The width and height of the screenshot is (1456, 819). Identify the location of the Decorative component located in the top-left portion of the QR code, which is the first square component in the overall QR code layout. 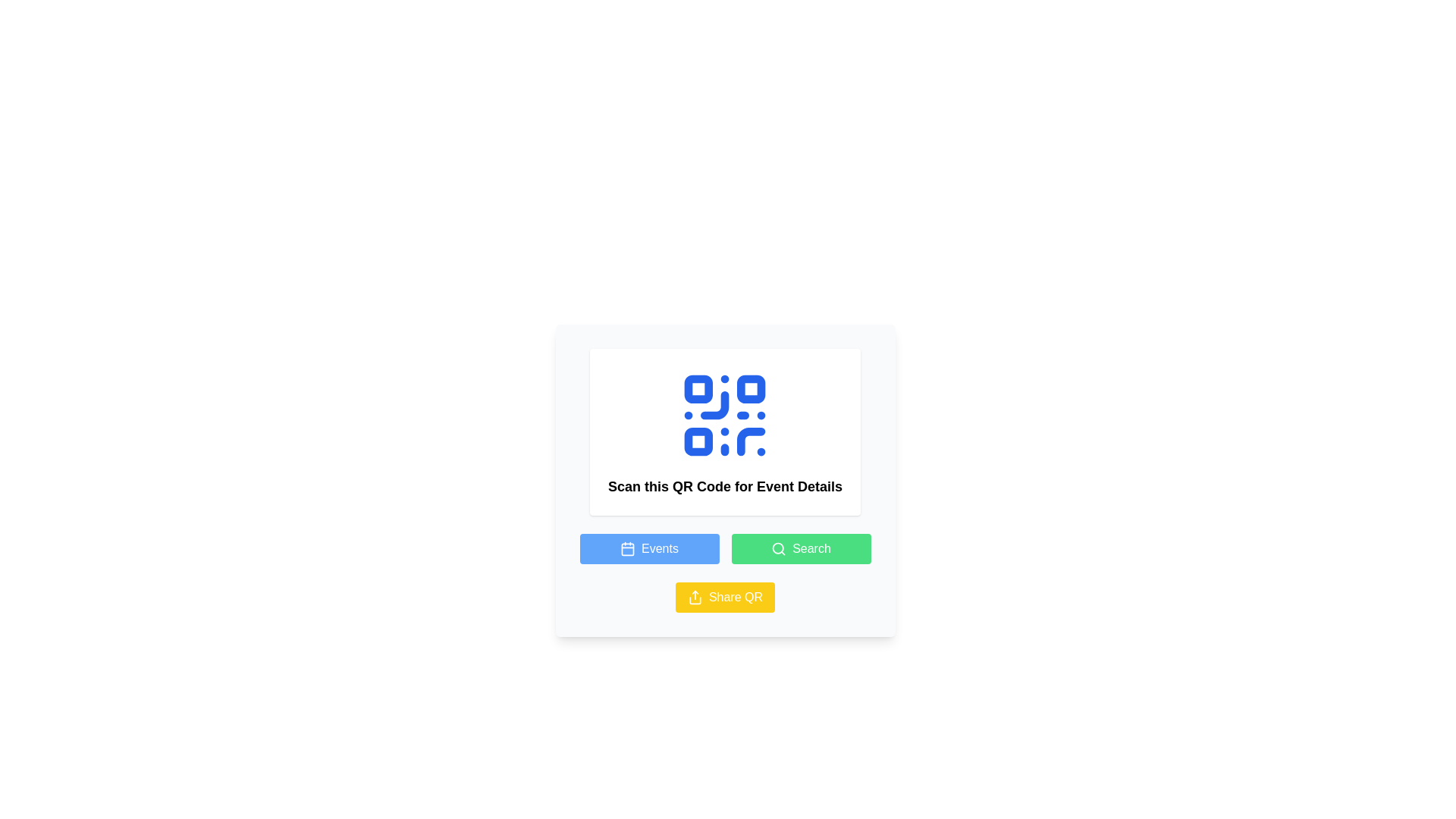
(698, 388).